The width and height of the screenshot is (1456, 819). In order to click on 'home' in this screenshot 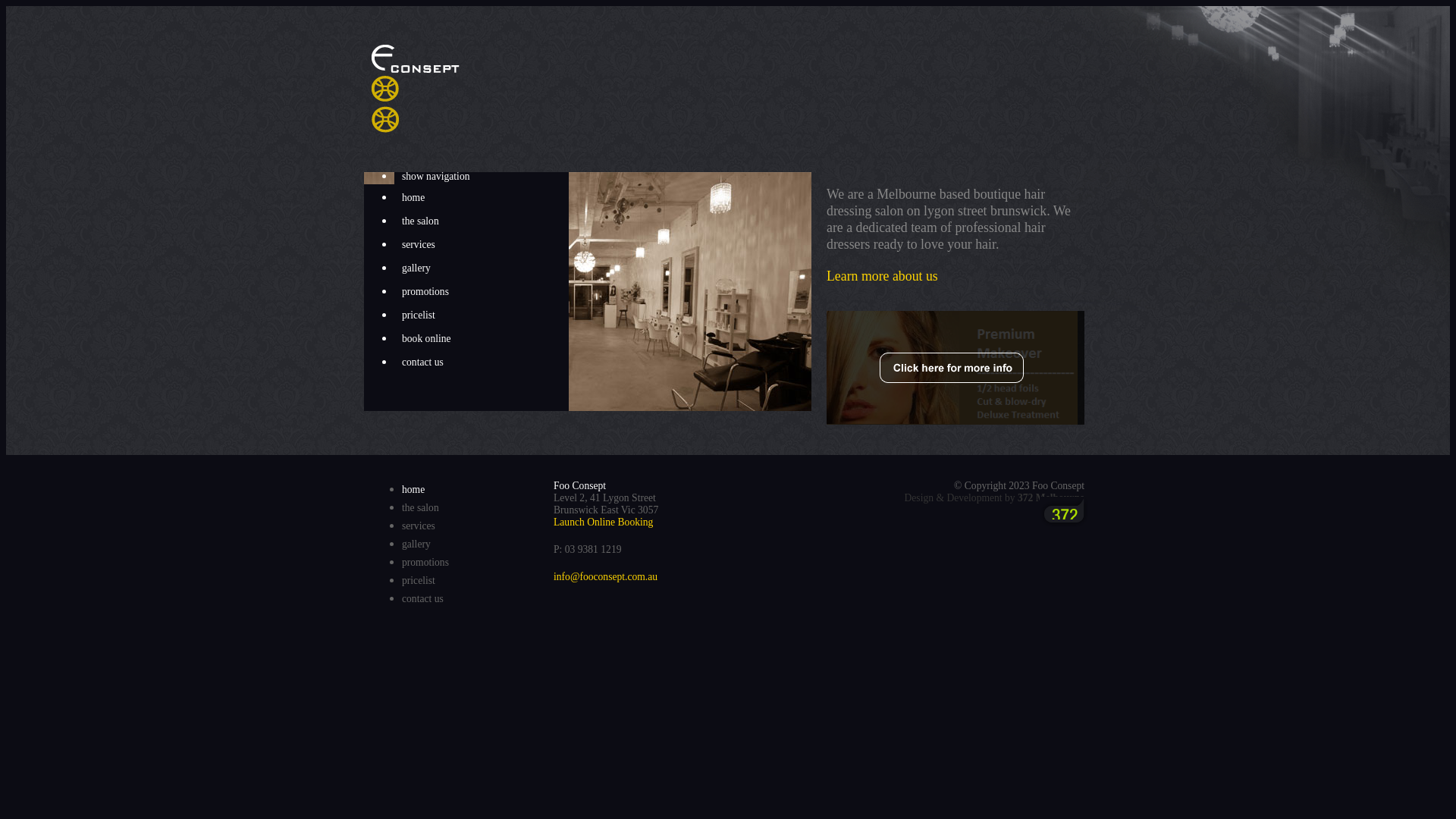, I will do `click(401, 489)`.